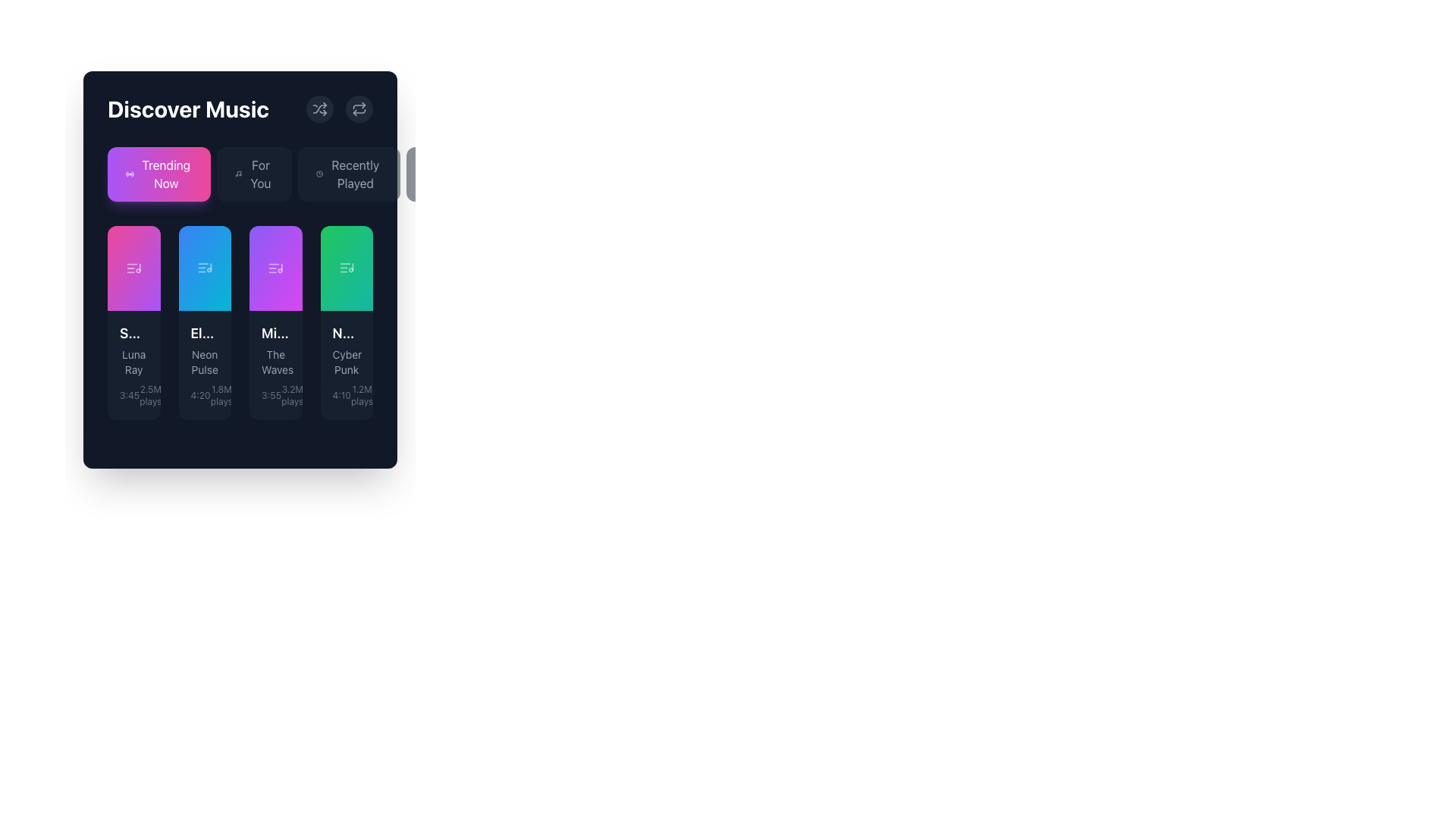 Image resolution: width=1456 pixels, height=819 pixels. I want to click on title text label located in the upper-left section of the content card within the Discover Music section, which is styled in bold white text with a truncation effect, so click(133, 332).